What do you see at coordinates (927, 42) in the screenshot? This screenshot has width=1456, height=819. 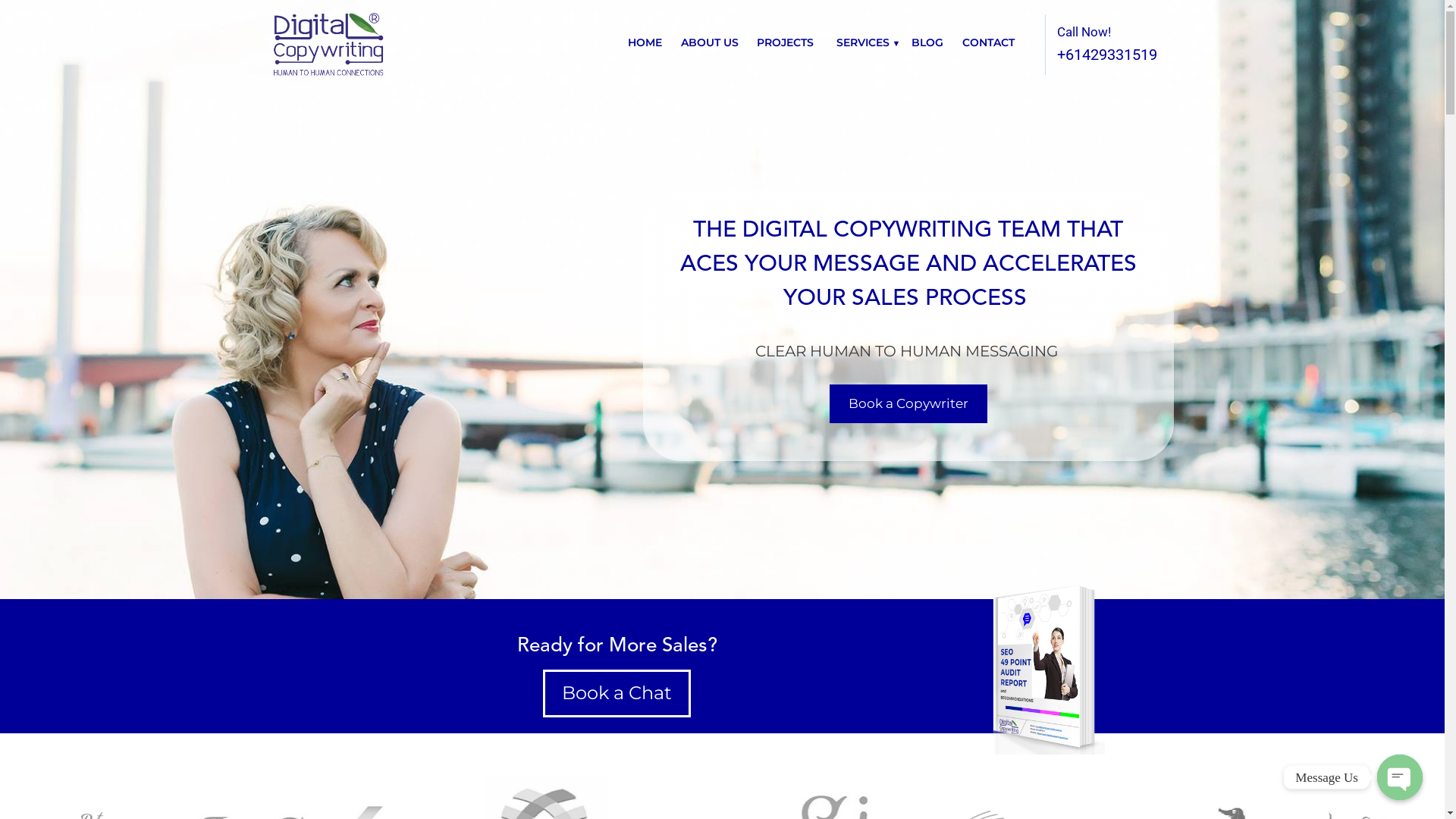 I see `'BLOG'` at bounding box center [927, 42].